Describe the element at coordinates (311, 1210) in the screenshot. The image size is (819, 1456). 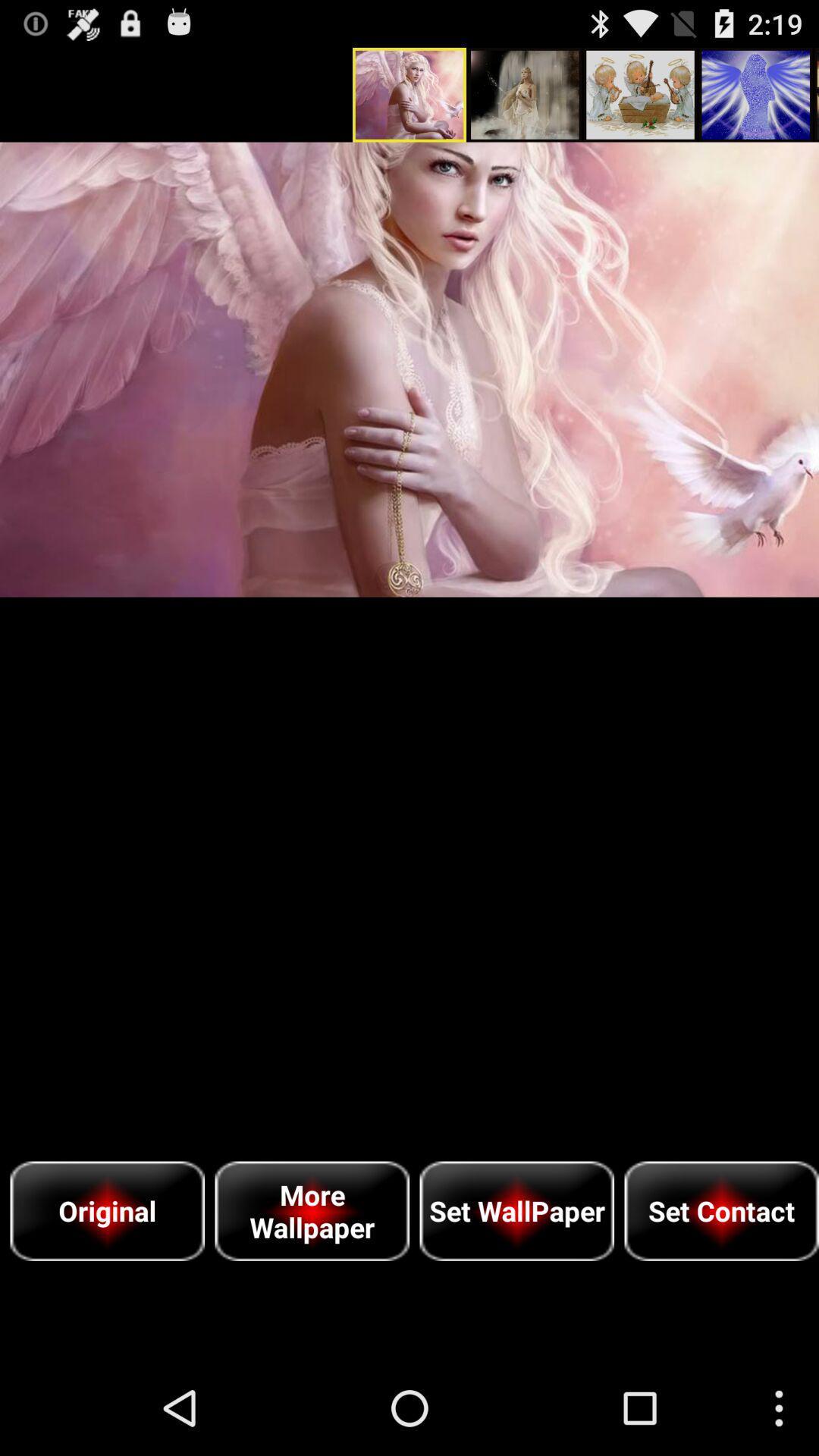
I see `icon next to the set wallpaper` at that location.